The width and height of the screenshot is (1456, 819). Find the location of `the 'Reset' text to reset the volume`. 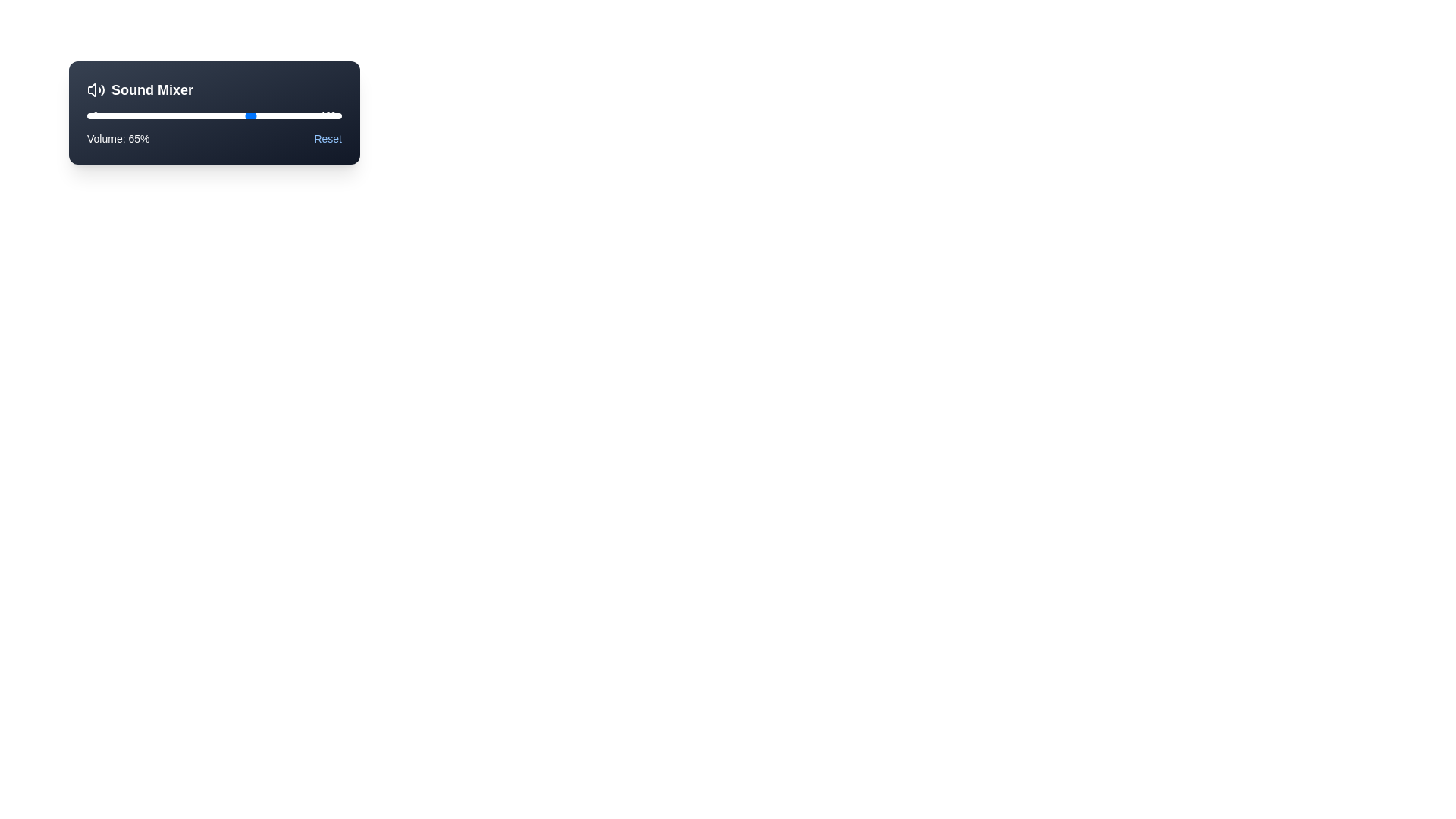

the 'Reset' text to reset the volume is located at coordinates (327, 138).